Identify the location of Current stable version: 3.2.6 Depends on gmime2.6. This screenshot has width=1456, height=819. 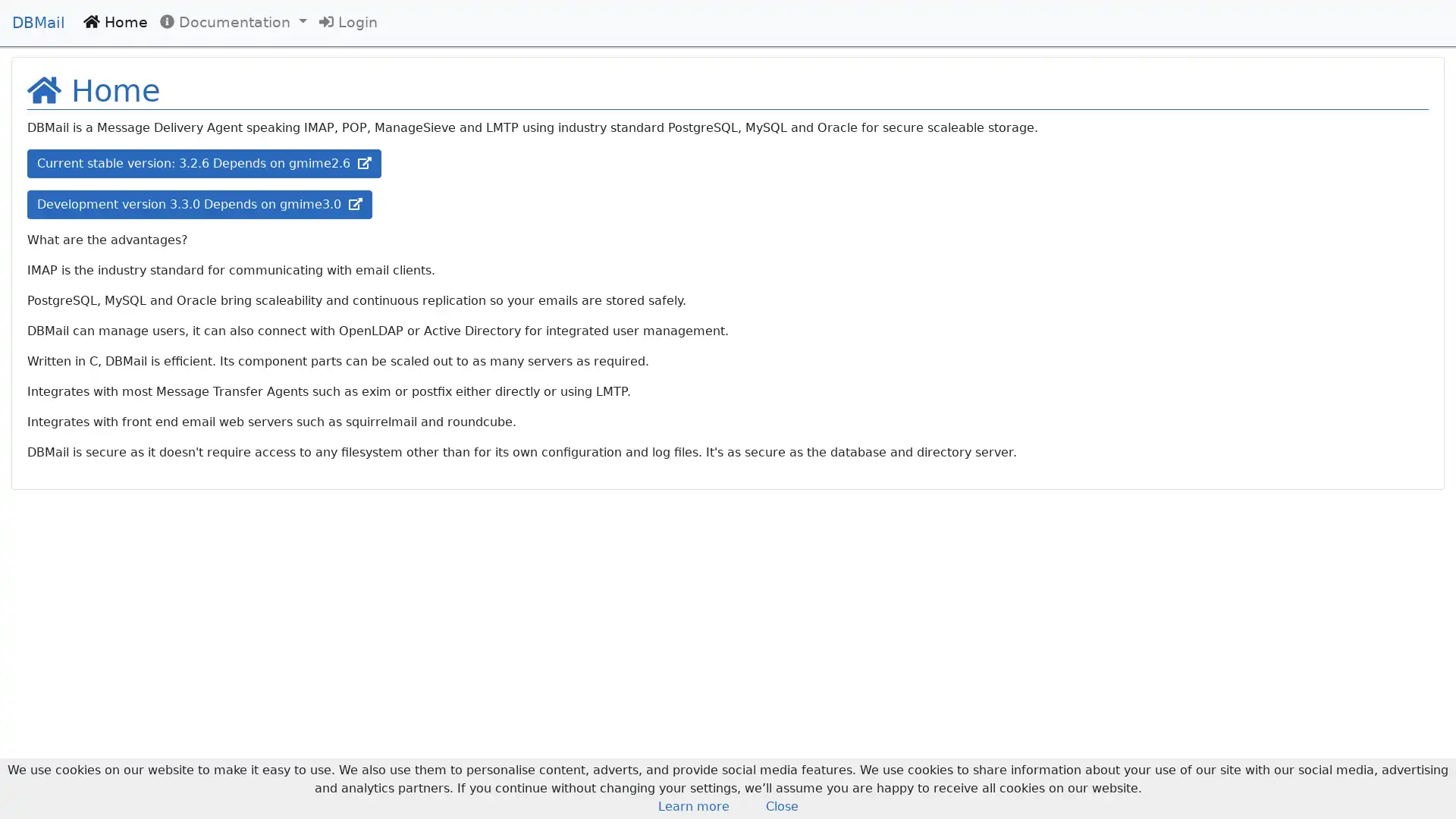
(203, 164).